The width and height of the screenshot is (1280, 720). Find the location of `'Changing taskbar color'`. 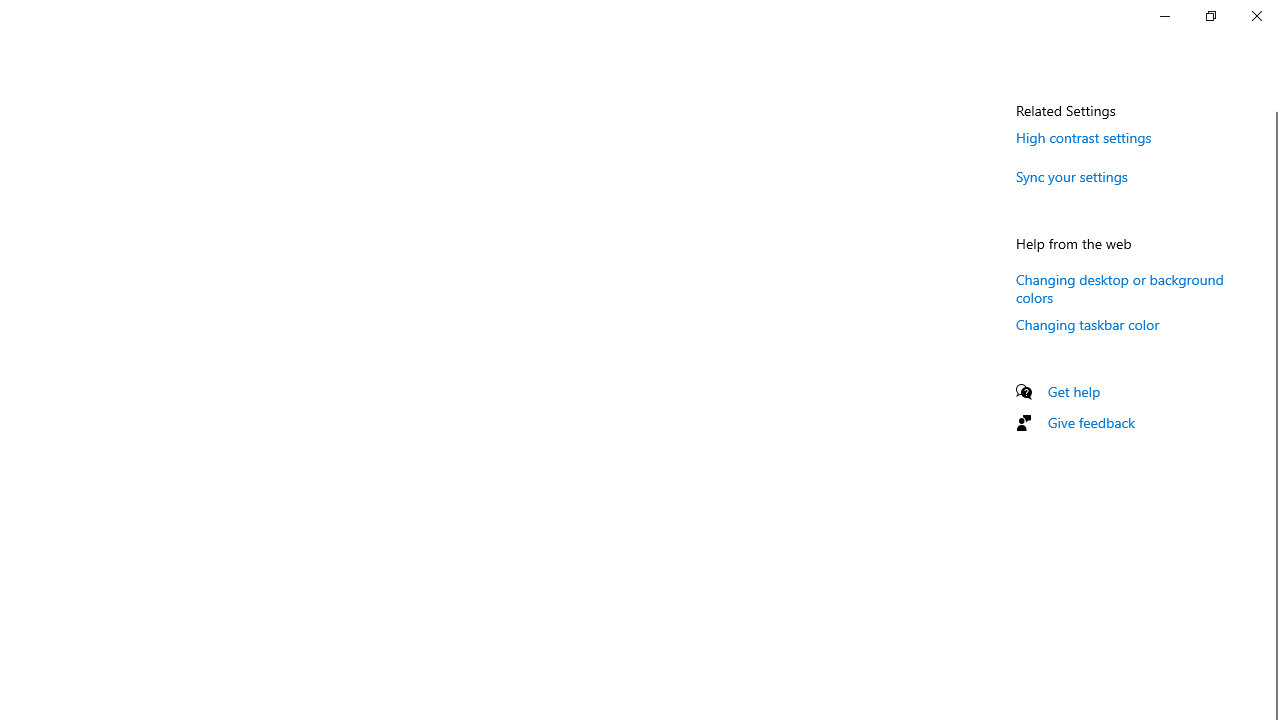

'Changing taskbar color' is located at coordinates (1087, 323).